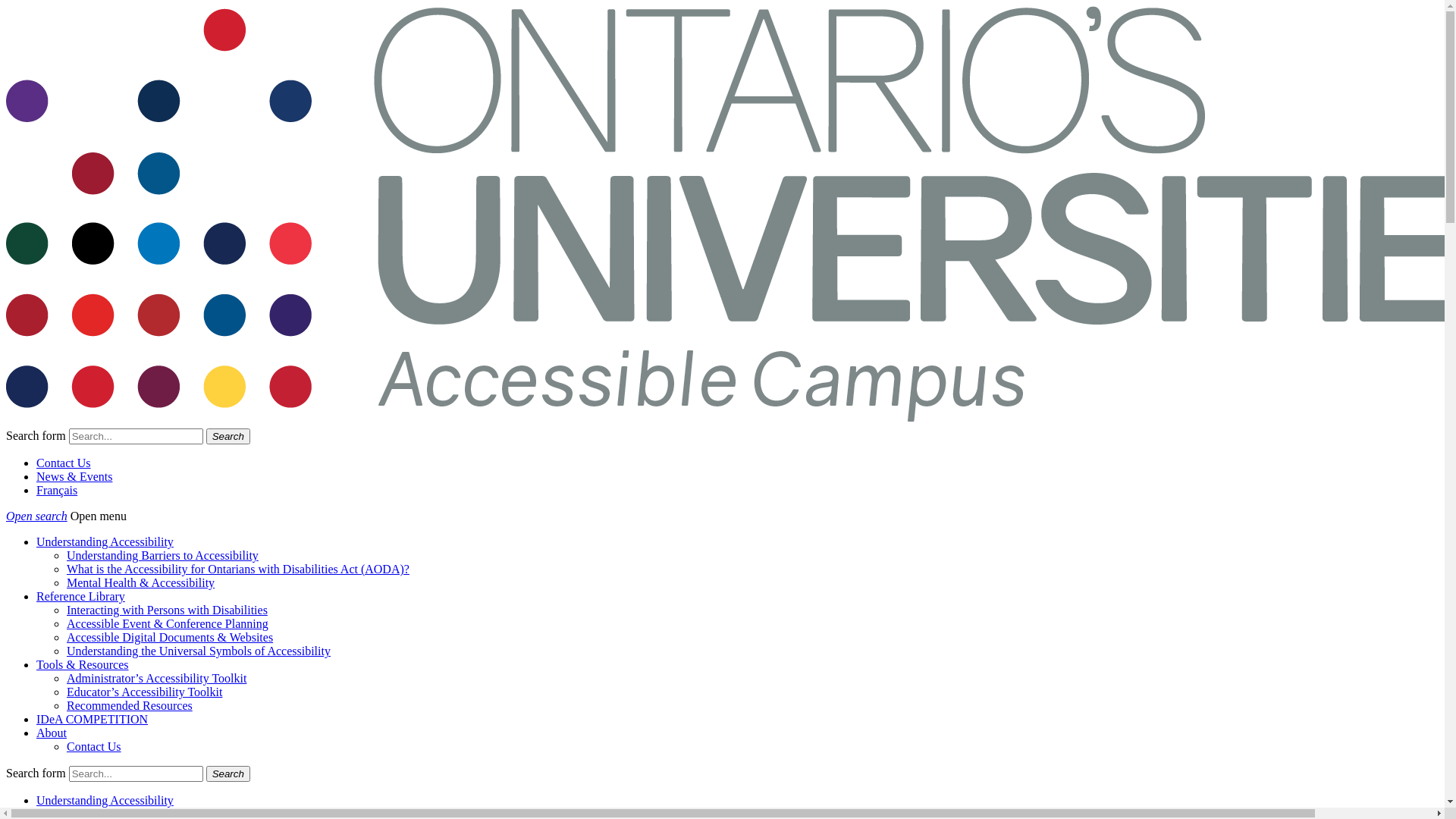  What do you see at coordinates (130, 705) in the screenshot?
I see `'Recommended Resources'` at bounding box center [130, 705].